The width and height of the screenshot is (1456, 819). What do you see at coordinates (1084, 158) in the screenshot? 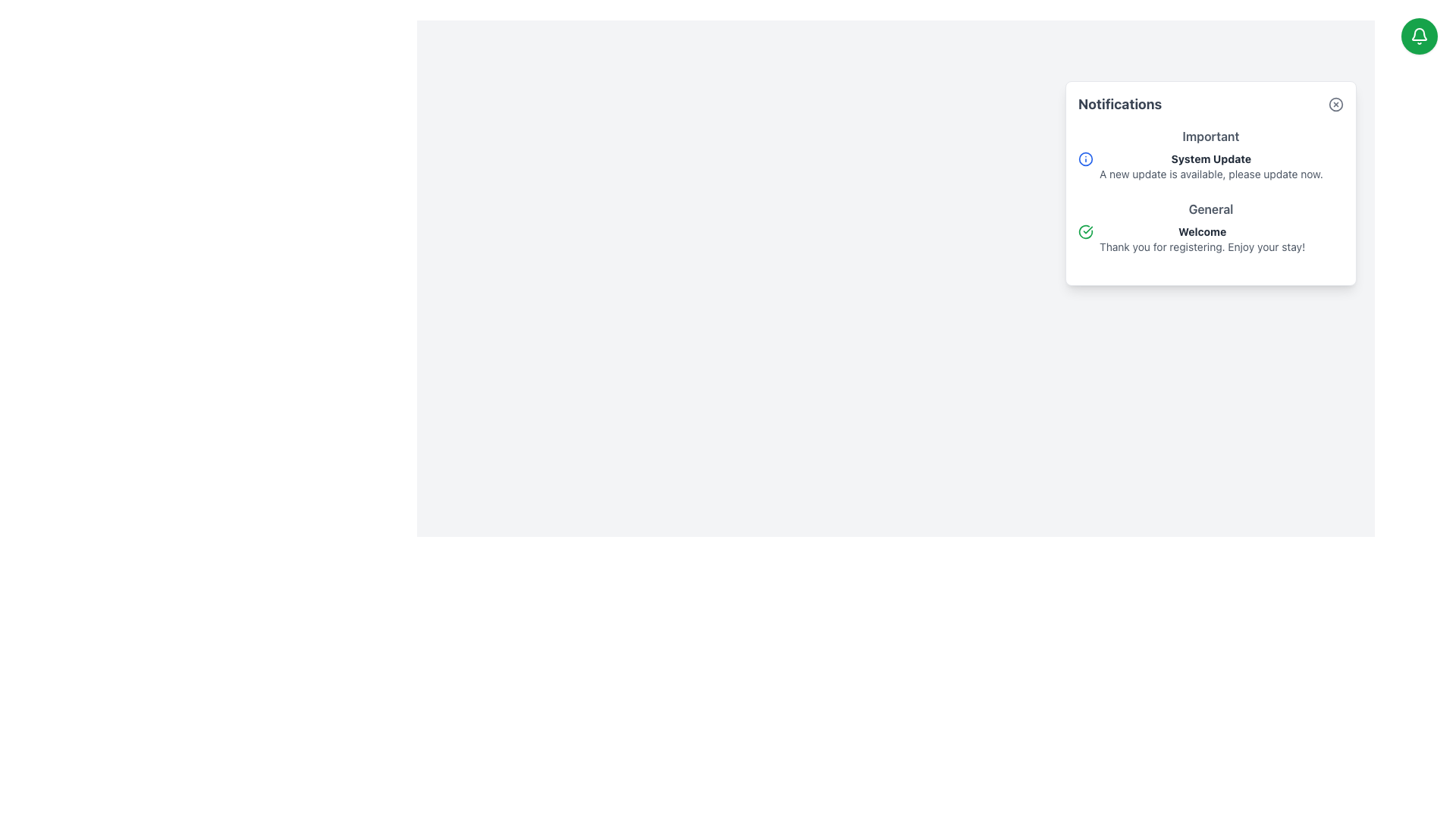
I see `the icon adjacent to the 'System Update' notification text in the notifications section under the 'Important' category` at bounding box center [1084, 158].